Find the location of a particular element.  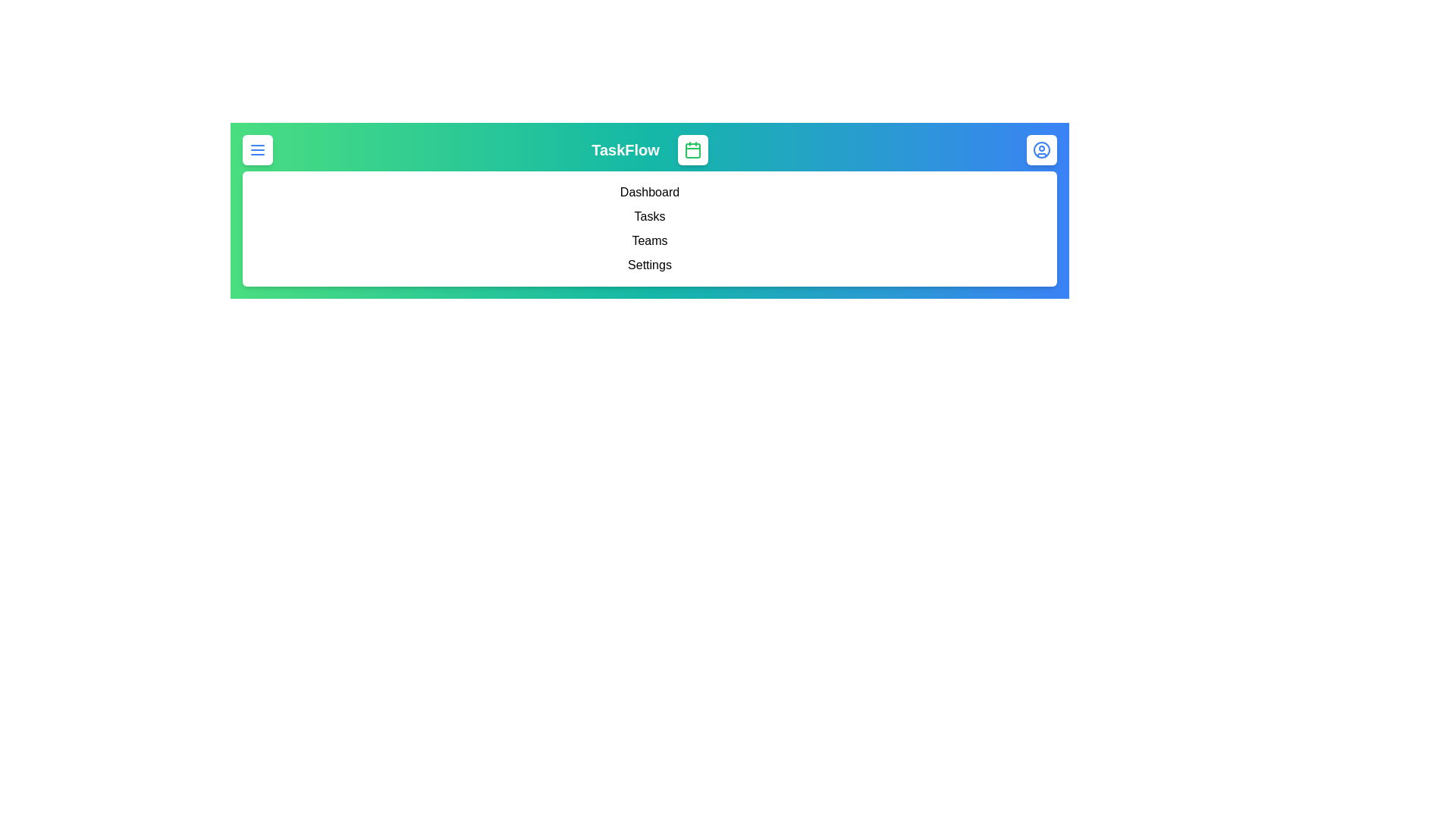

the menu item Tasks to navigate to the respective section is located at coordinates (650, 216).